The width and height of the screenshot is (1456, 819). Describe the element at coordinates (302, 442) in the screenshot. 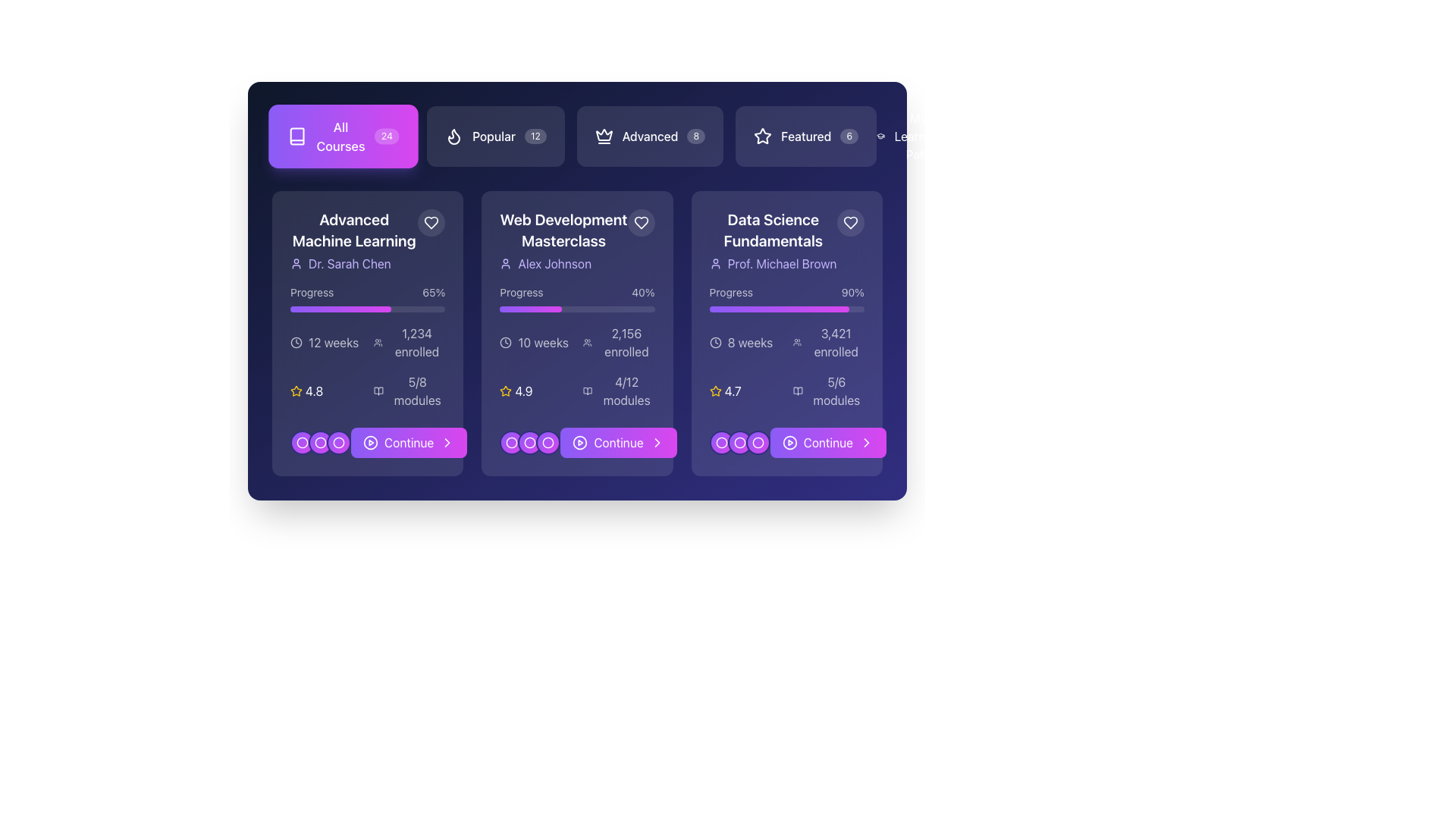

I see `the SVG icon representing an action` at that location.